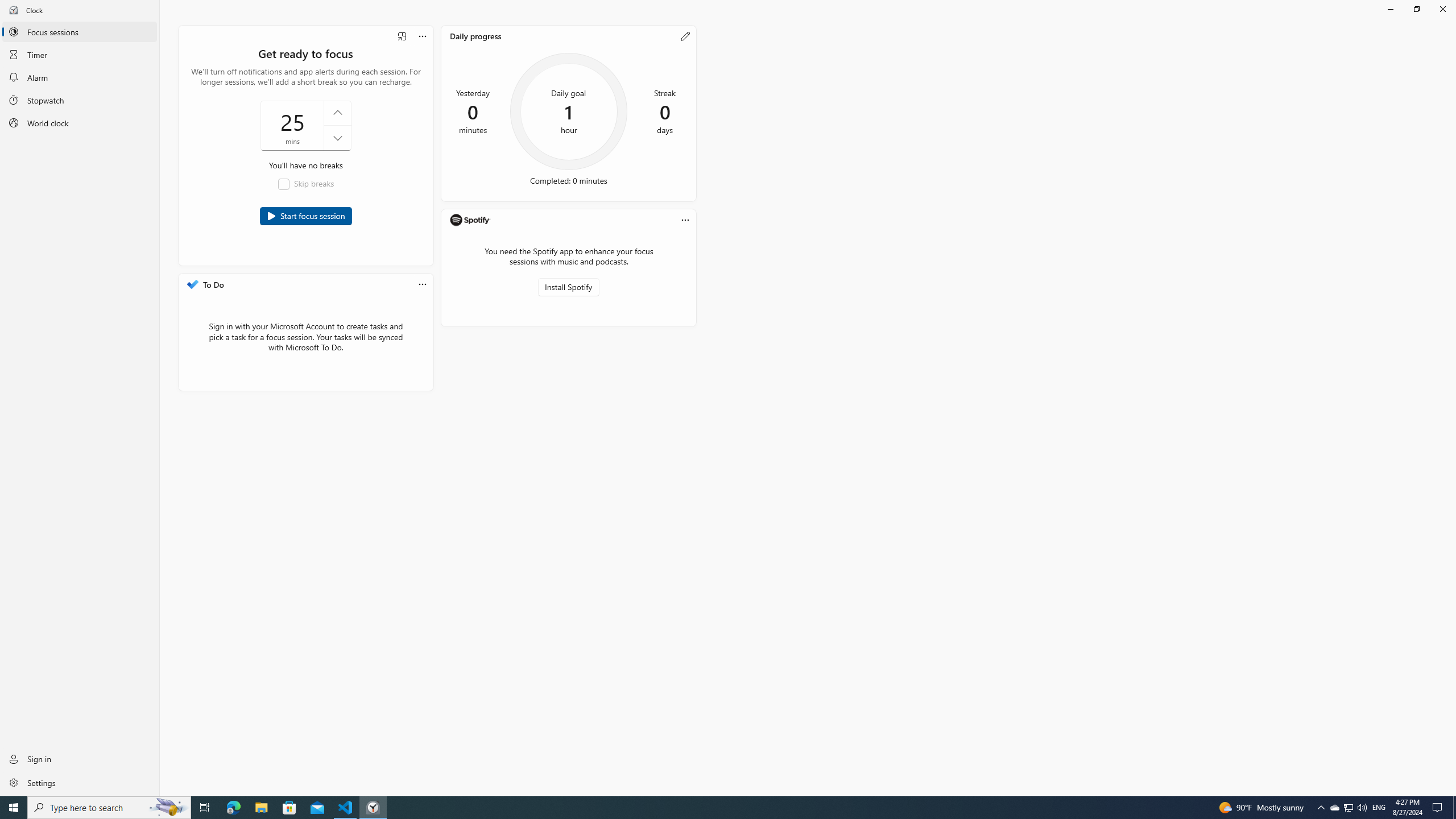 Image resolution: width=1456 pixels, height=819 pixels. I want to click on 'Minimize Clock', so click(1389, 9).